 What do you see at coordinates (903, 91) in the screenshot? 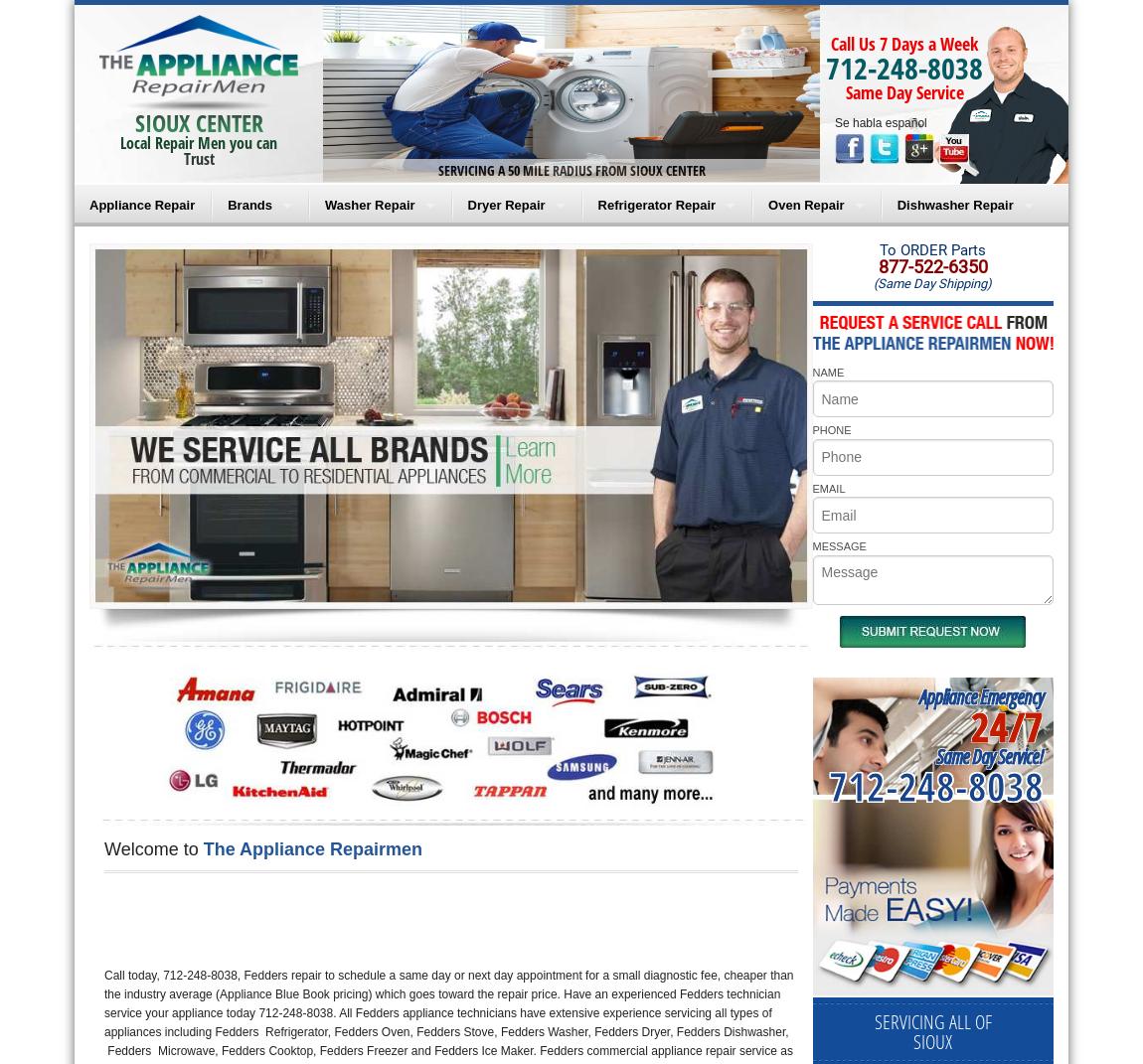
I see `'Same Day Service'` at bounding box center [903, 91].